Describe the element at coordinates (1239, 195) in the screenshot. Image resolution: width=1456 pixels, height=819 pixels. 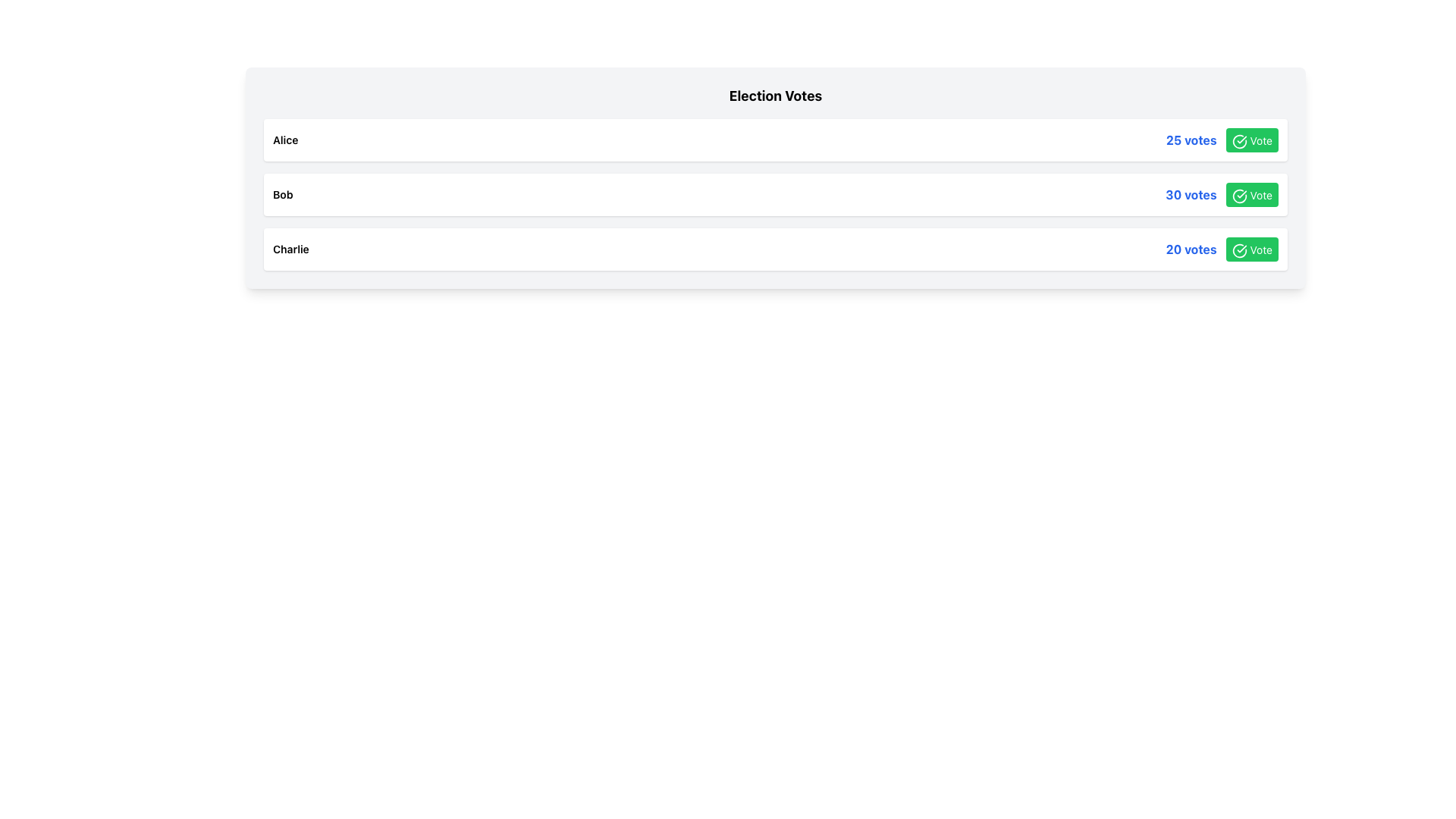
I see `the leftmost part of the checkmark icon located to the right of the 'Vote' button for 'Charlie' in the third row` at that location.